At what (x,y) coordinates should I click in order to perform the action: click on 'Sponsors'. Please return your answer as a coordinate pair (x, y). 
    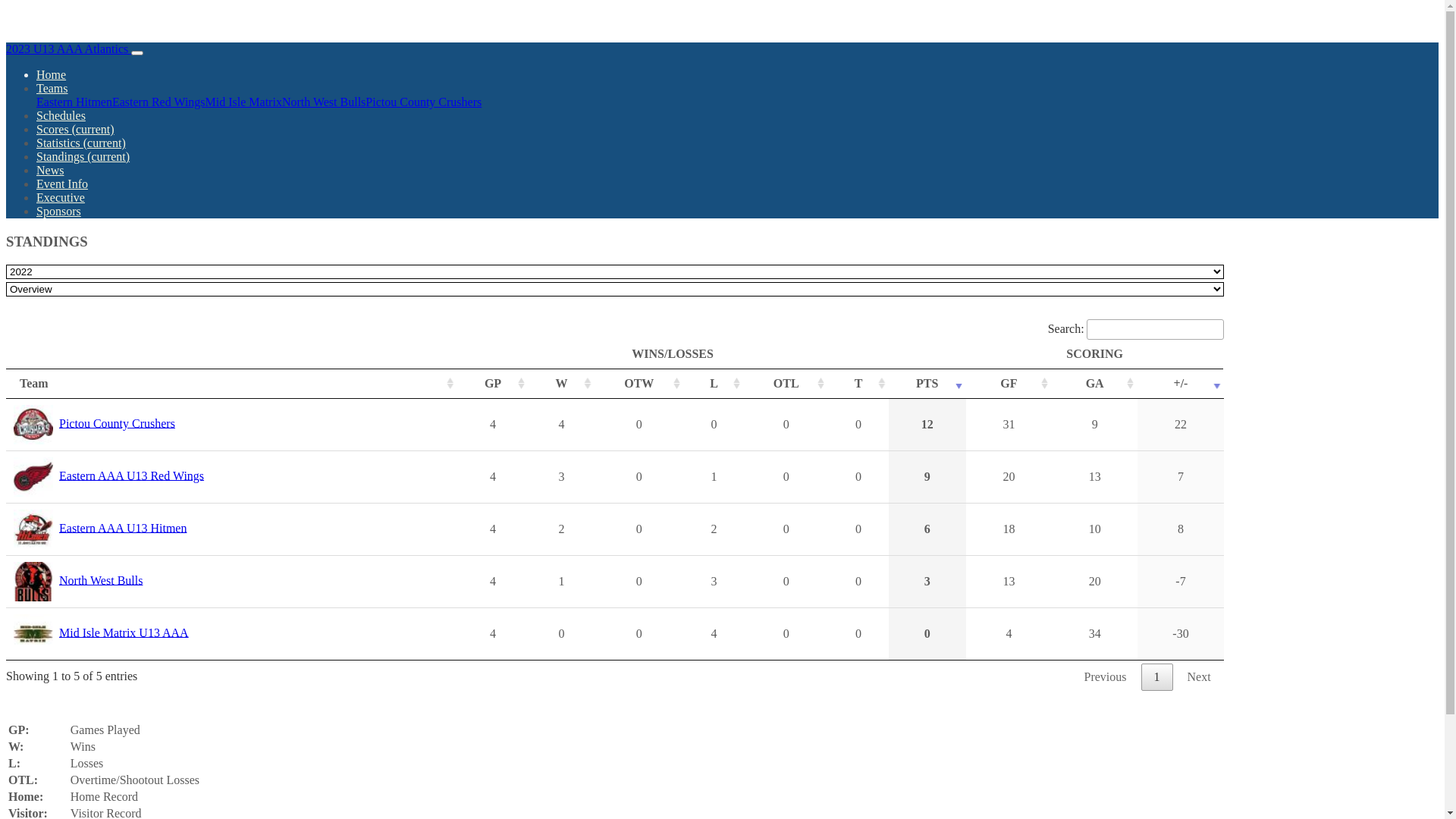
    Looking at the image, I should click on (58, 211).